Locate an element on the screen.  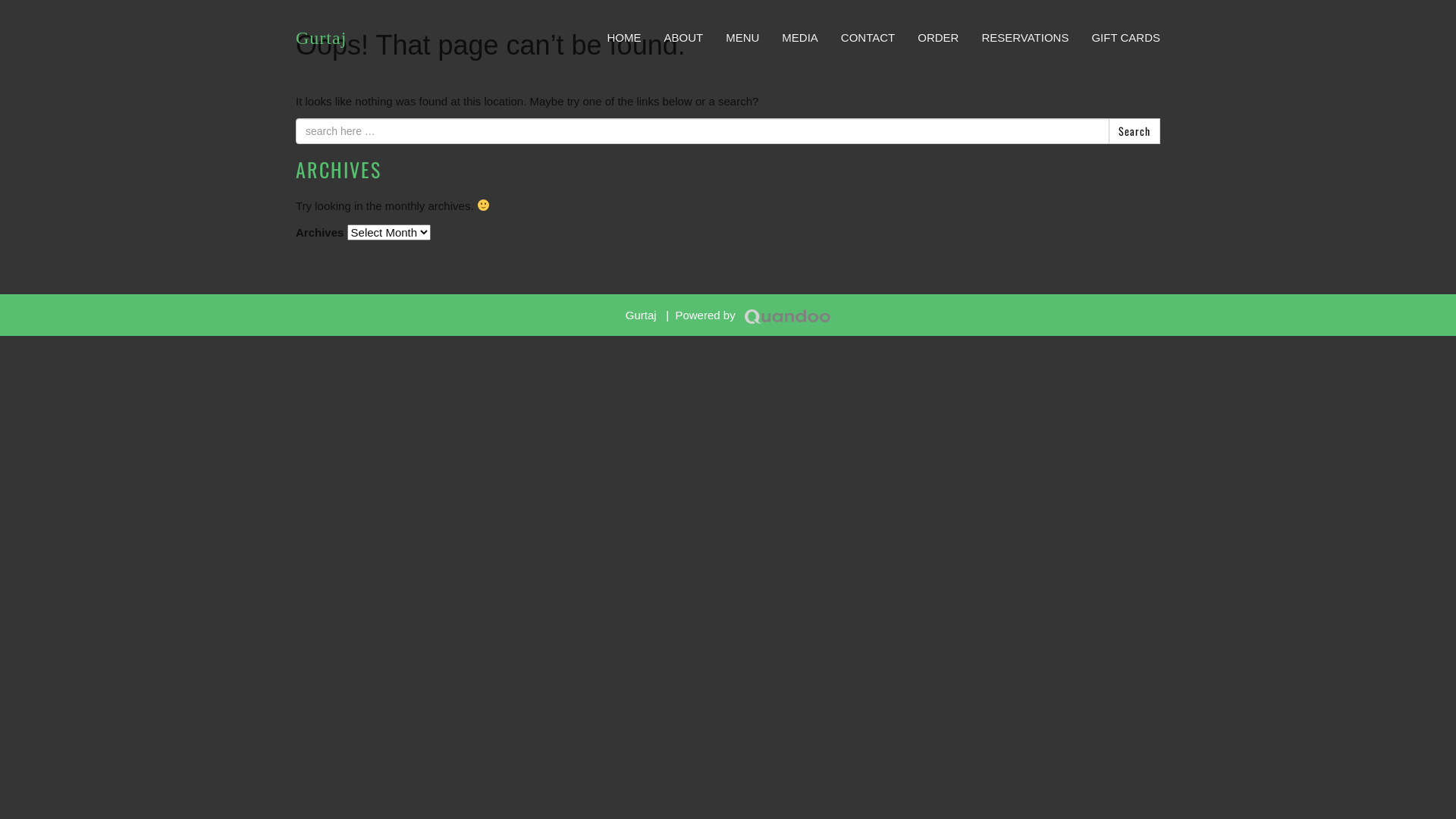
'HOME' is located at coordinates (623, 37).